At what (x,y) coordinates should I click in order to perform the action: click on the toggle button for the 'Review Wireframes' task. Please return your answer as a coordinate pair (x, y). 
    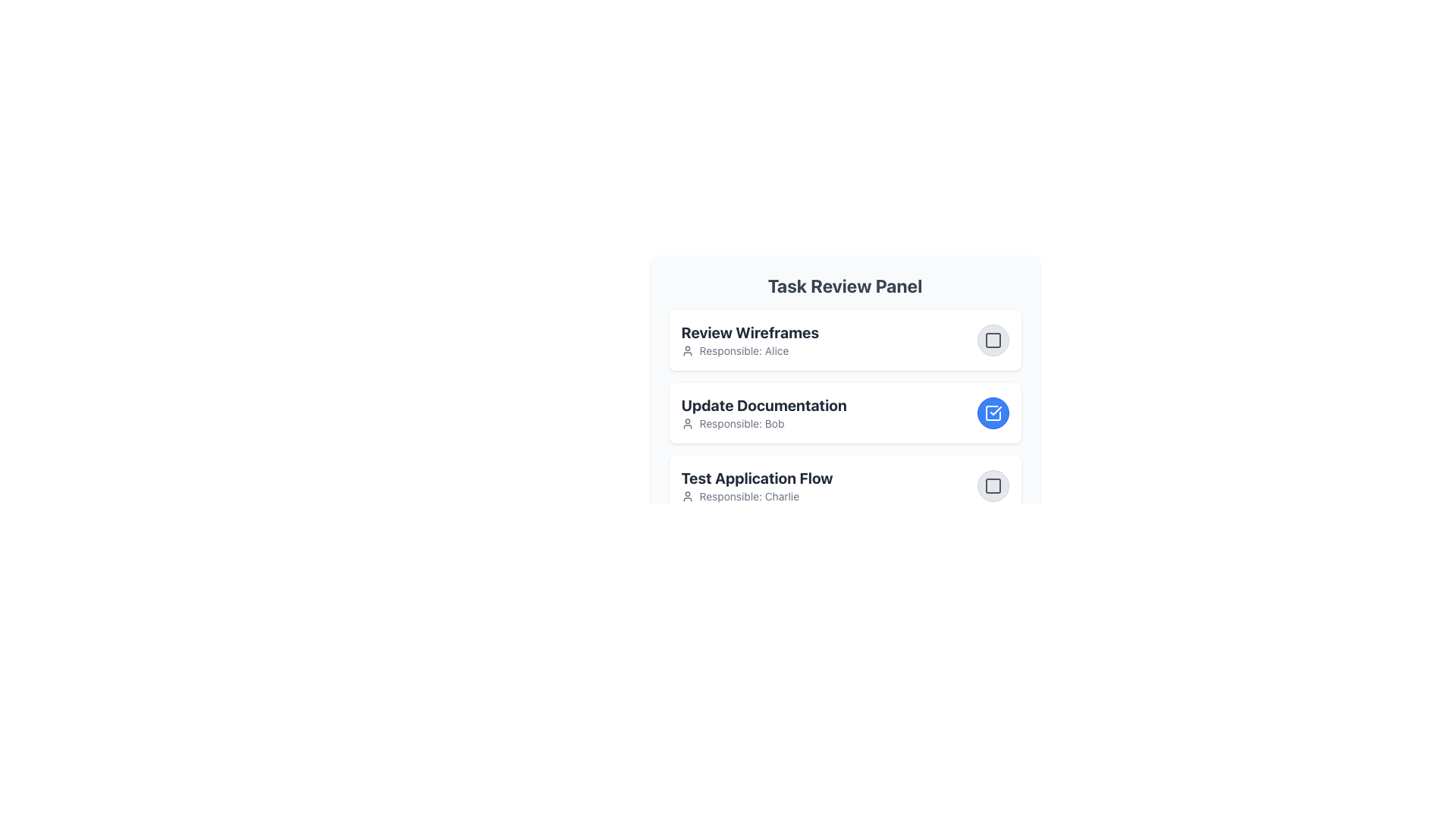
    Looking at the image, I should click on (993, 339).